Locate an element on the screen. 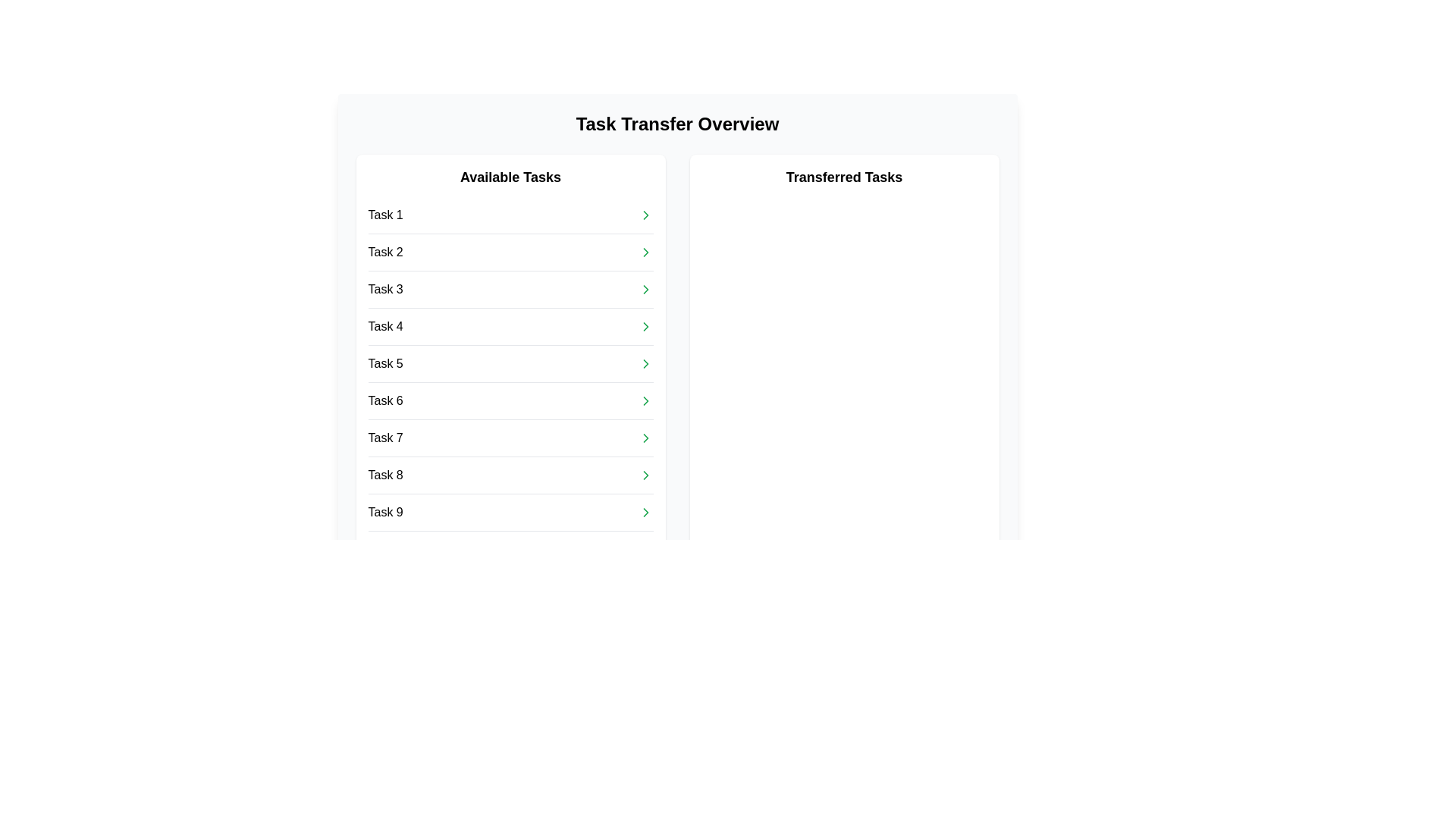 This screenshot has width=1456, height=819. the fifth row in the 'Available Tasks' list, which corresponds to 'Task 5' is located at coordinates (510, 364).